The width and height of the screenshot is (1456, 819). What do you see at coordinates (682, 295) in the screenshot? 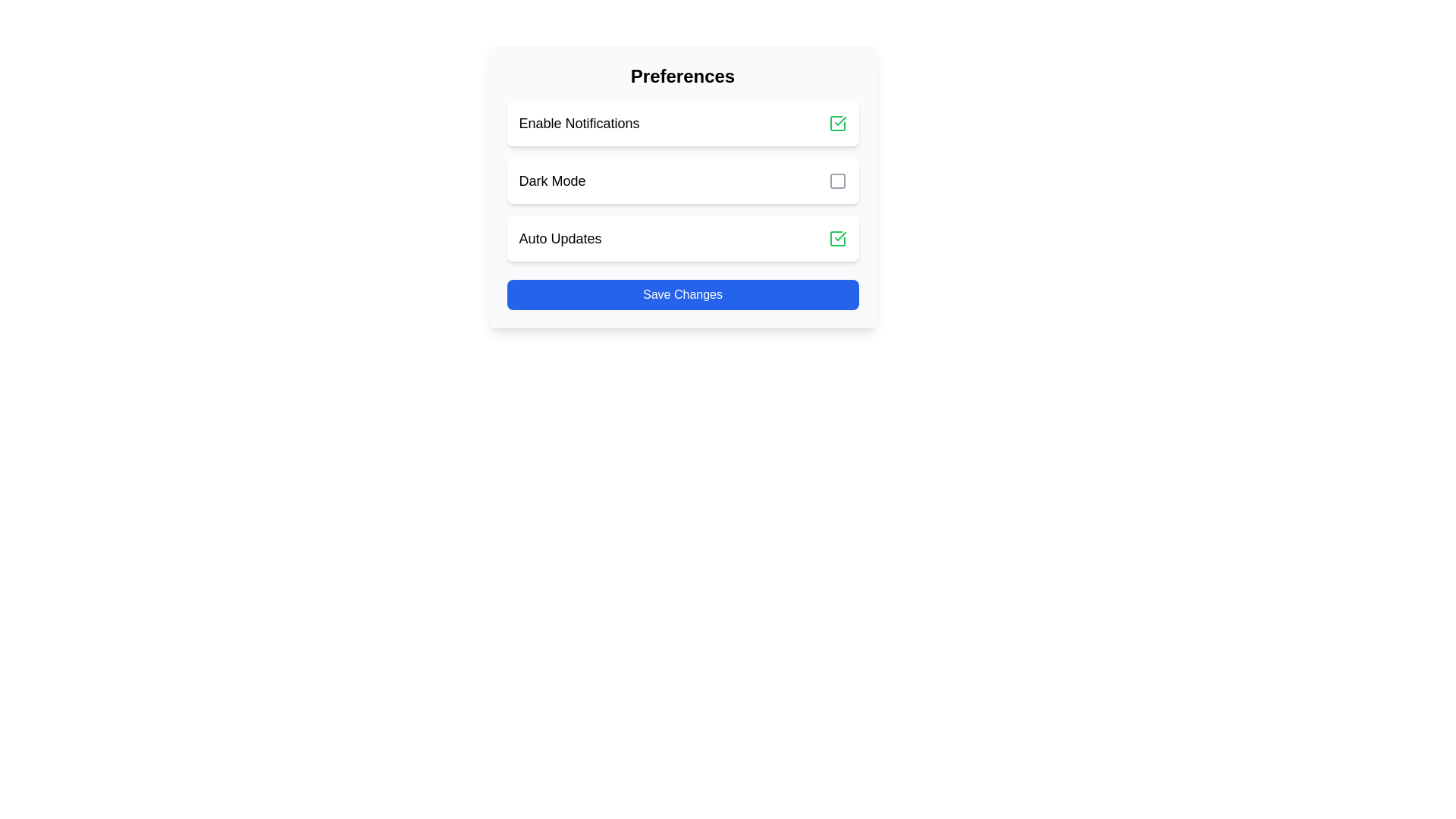
I see `the save button located at the bottom of the preferences card to trigger the hover effect` at bounding box center [682, 295].